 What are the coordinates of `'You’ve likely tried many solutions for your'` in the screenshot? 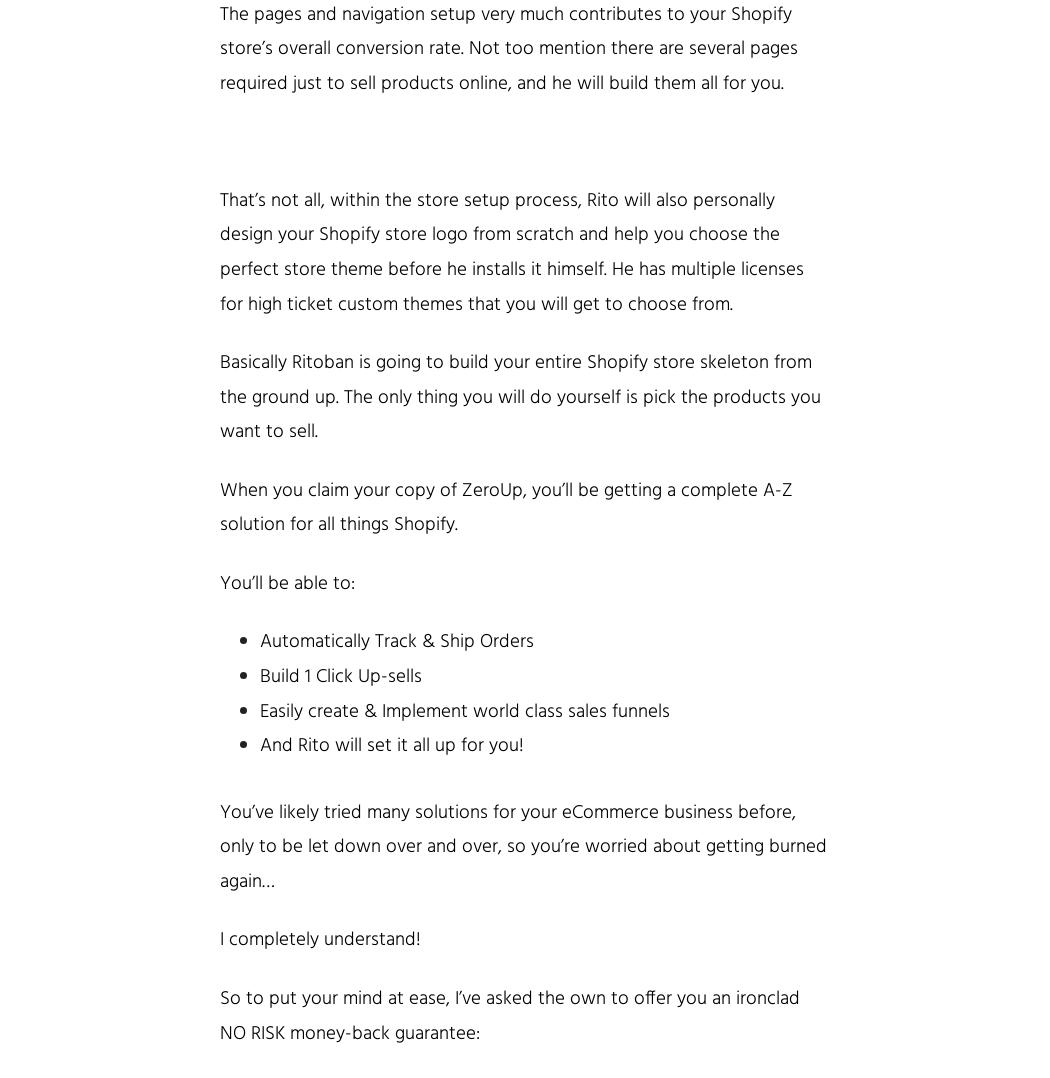 It's located at (391, 811).